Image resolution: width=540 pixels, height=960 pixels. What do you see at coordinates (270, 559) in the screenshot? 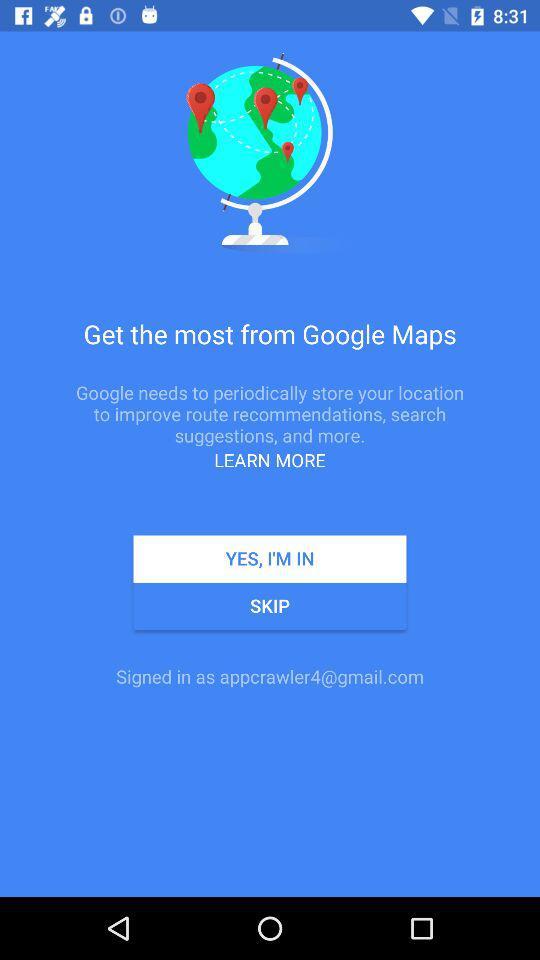
I see `the yes i m` at bounding box center [270, 559].